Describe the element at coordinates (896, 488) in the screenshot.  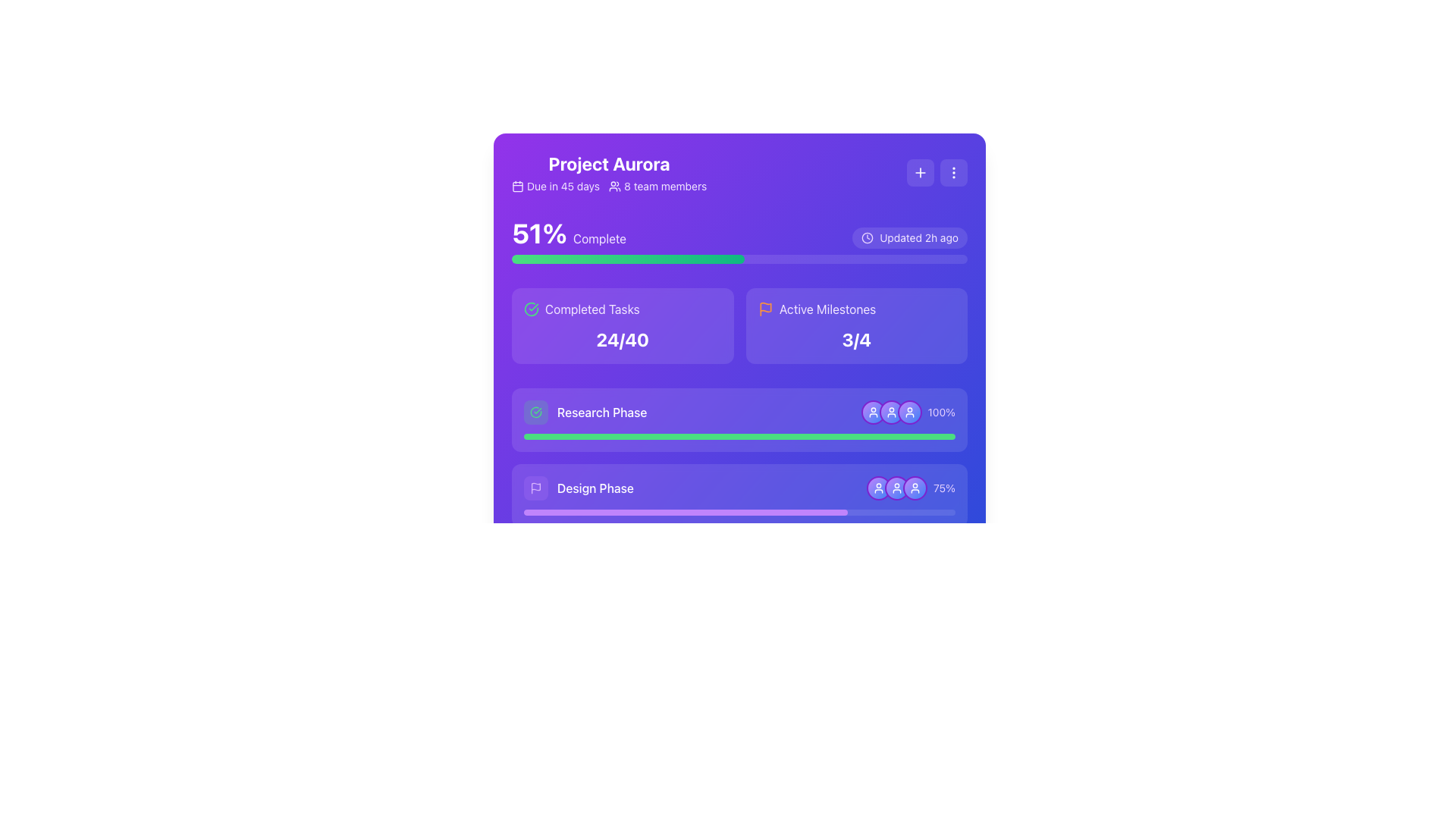
I see `the second user icon or avatar in the row of three located at the bottom of the 'Design Phase' section` at that location.